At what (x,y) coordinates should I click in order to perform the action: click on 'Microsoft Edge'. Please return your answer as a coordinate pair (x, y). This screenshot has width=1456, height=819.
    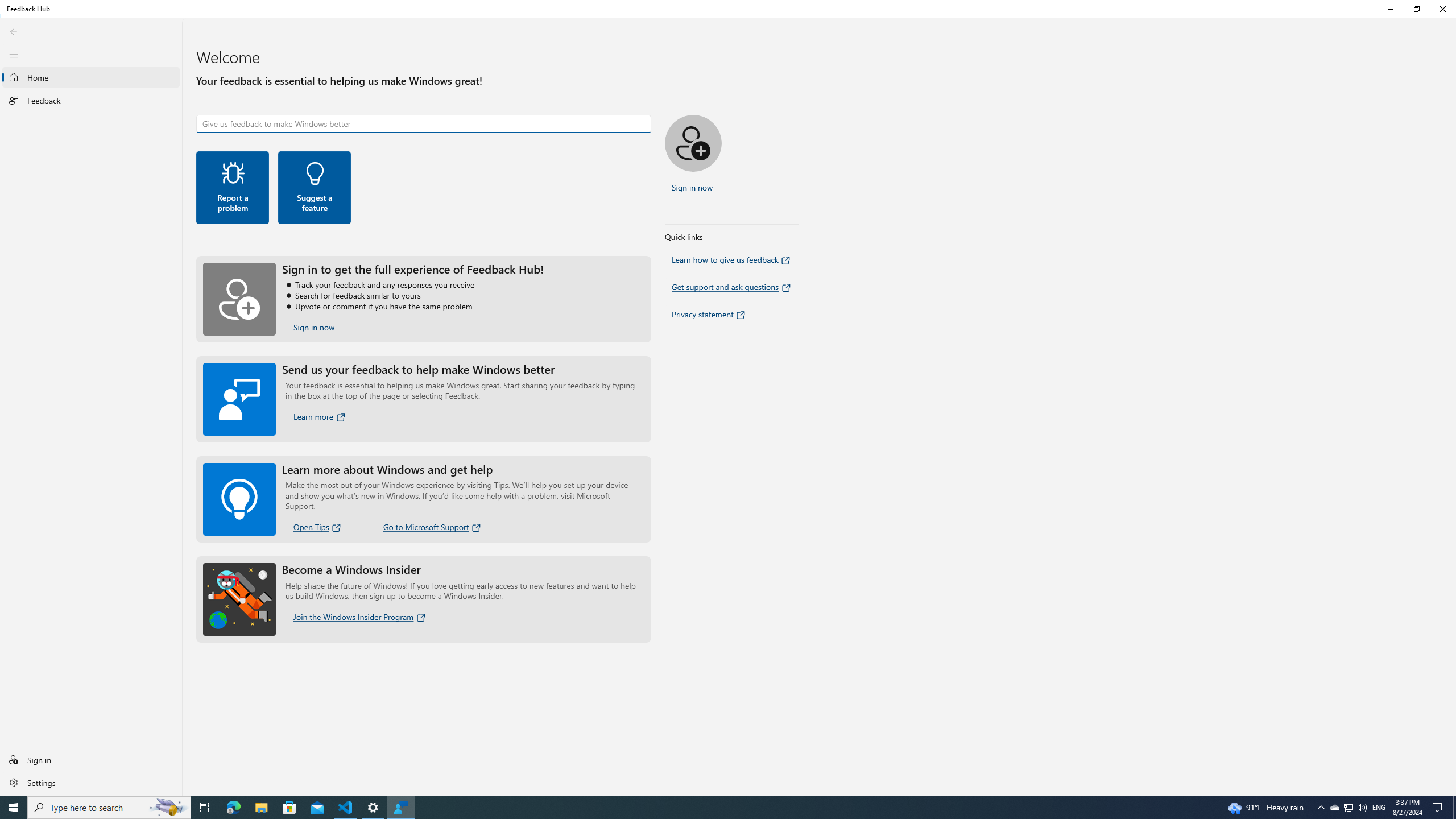
    Looking at the image, I should click on (233, 806).